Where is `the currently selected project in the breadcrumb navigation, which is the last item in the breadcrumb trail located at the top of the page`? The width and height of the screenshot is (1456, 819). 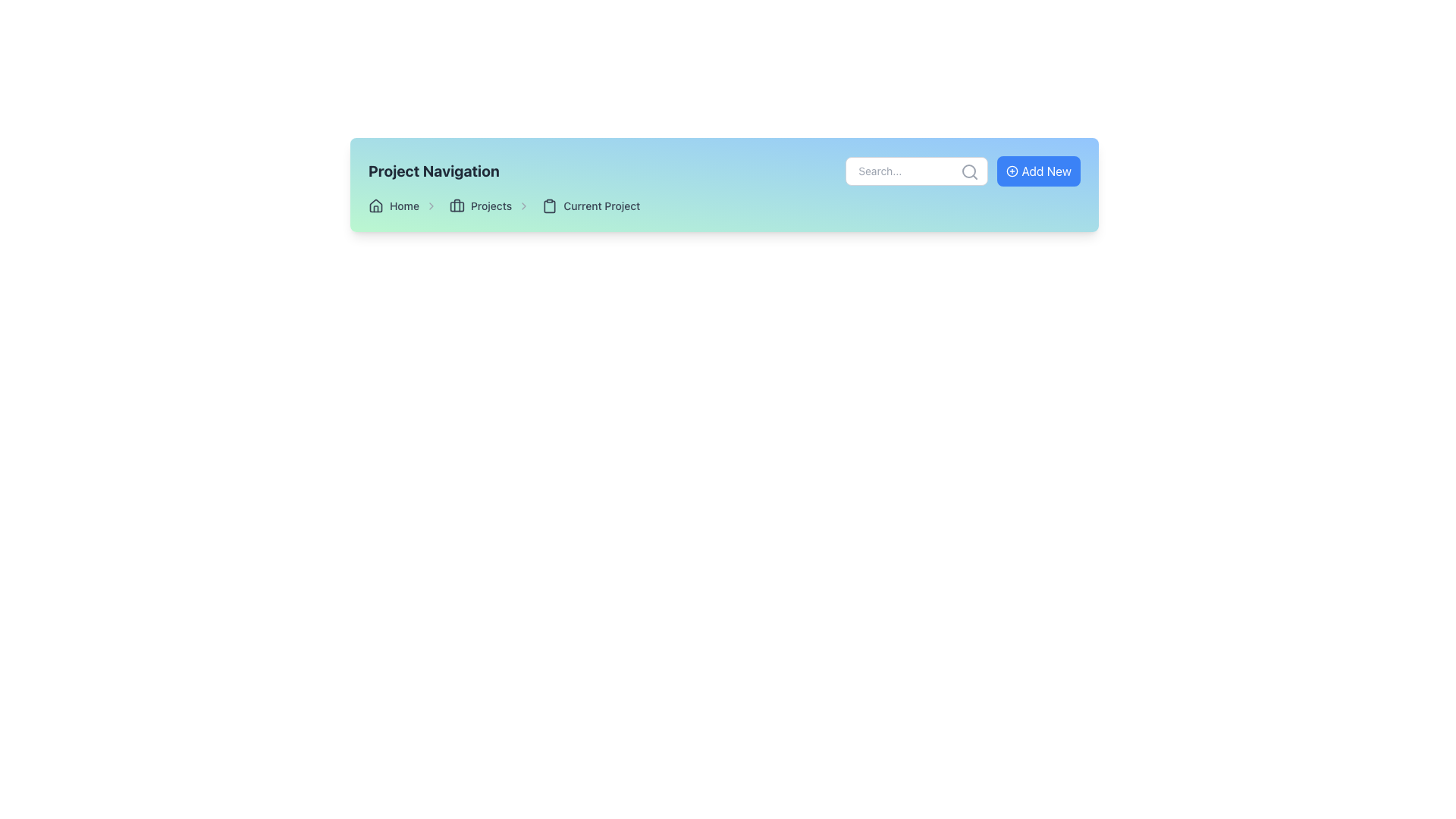 the currently selected project in the breadcrumb navigation, which is the last item in the breadcrumb trail located at the top of the page is located at coordinates (590, 206).